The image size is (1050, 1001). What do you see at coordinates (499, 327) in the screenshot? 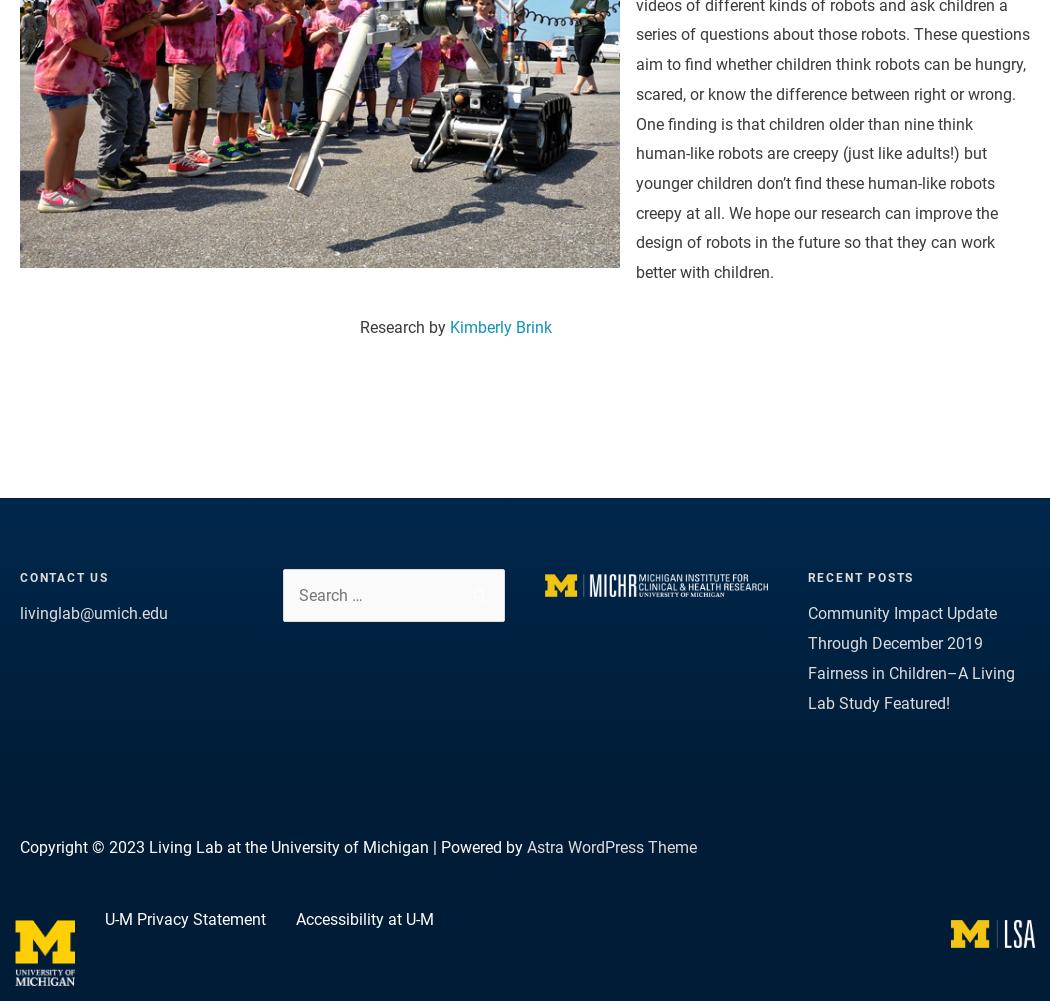
I see `'Kimberly Brink'` at bounding box center [499, 327].